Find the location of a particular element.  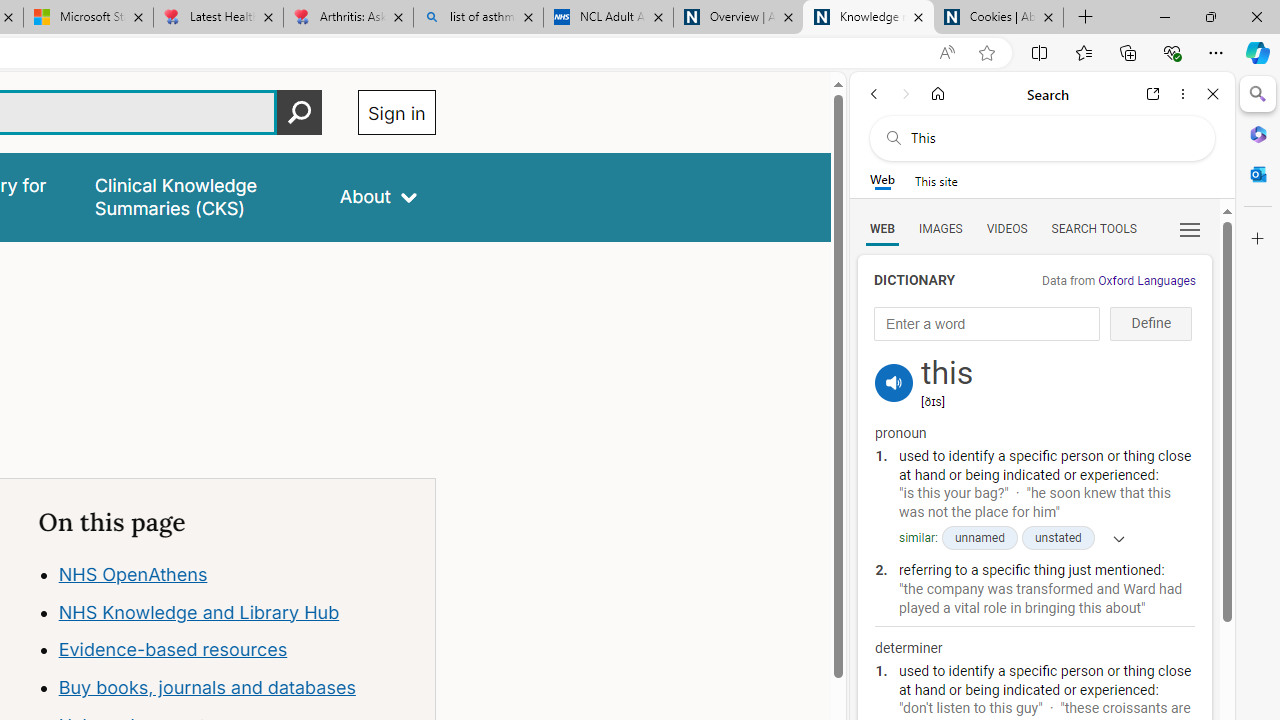

'NHS Knowledge and Library Hub' is located at coordinates (199, 611).